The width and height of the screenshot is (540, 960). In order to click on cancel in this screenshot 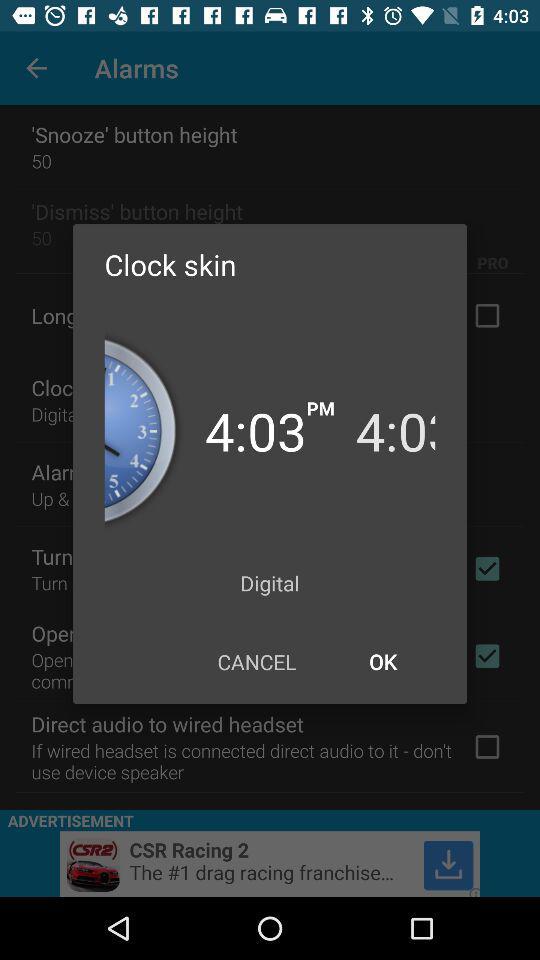, I will do `click(256, 661)`.